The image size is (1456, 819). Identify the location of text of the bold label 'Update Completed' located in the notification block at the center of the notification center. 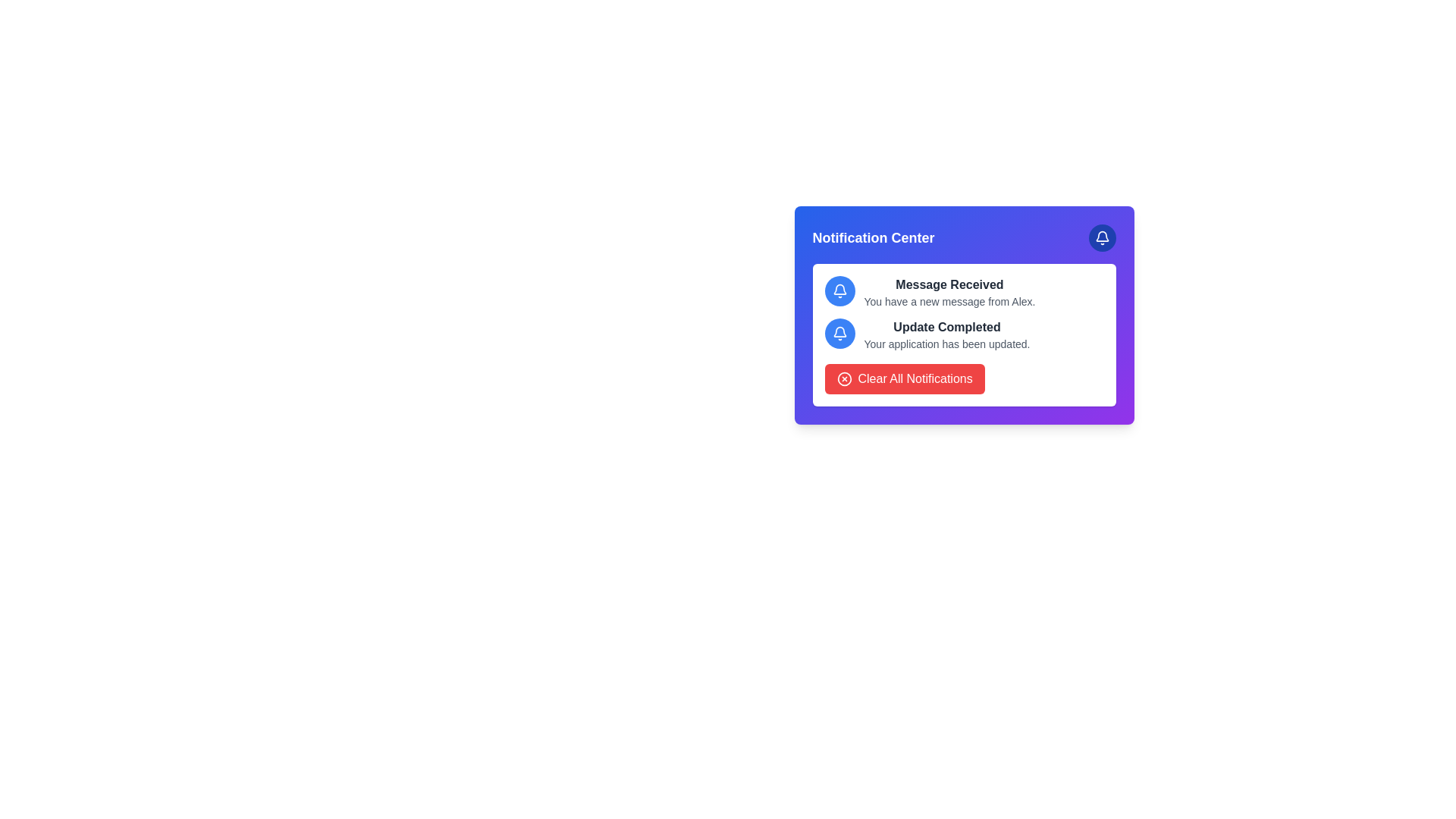
(946, 327).